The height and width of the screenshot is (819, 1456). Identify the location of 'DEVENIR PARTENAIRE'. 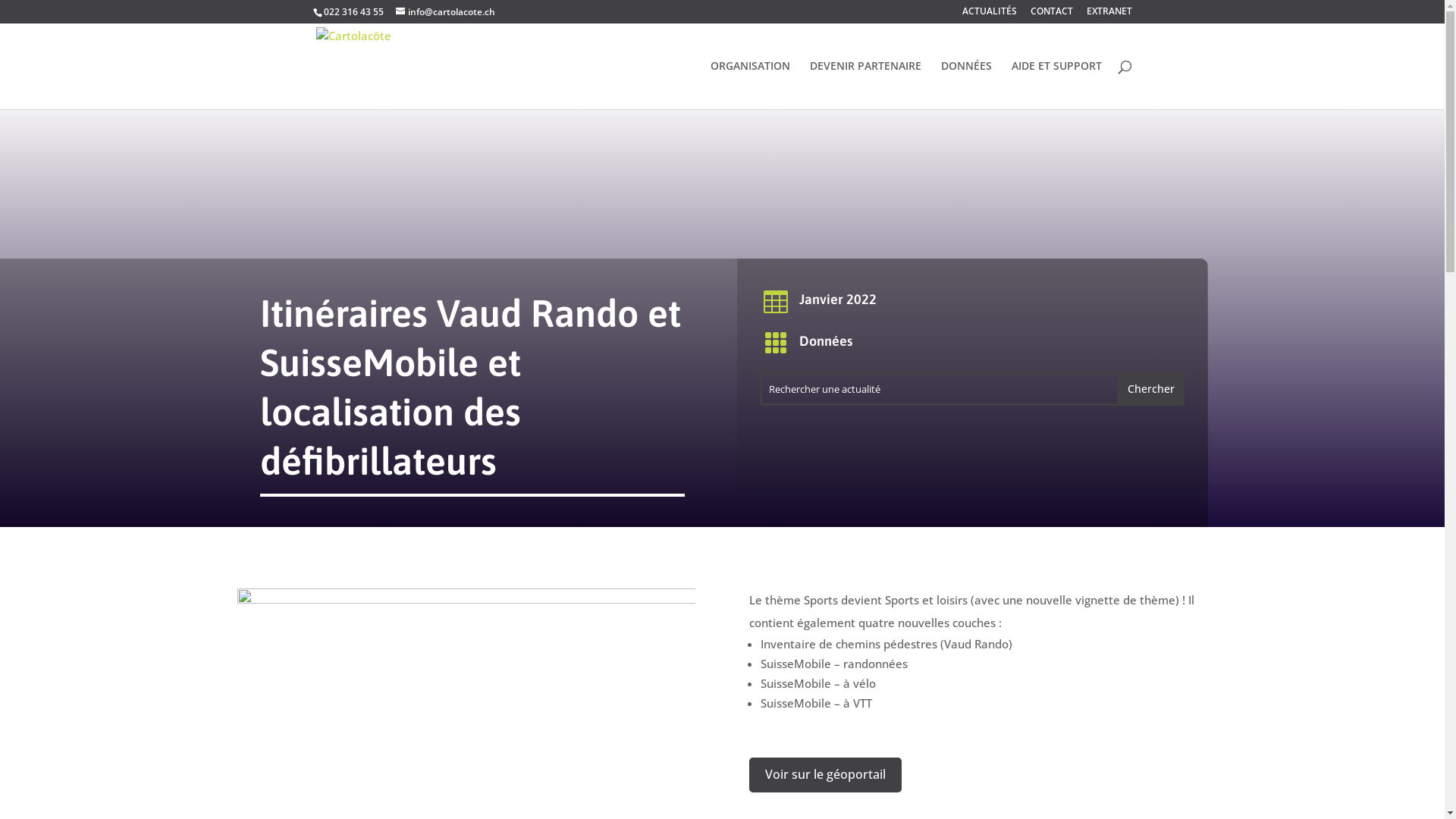
(865, 84).